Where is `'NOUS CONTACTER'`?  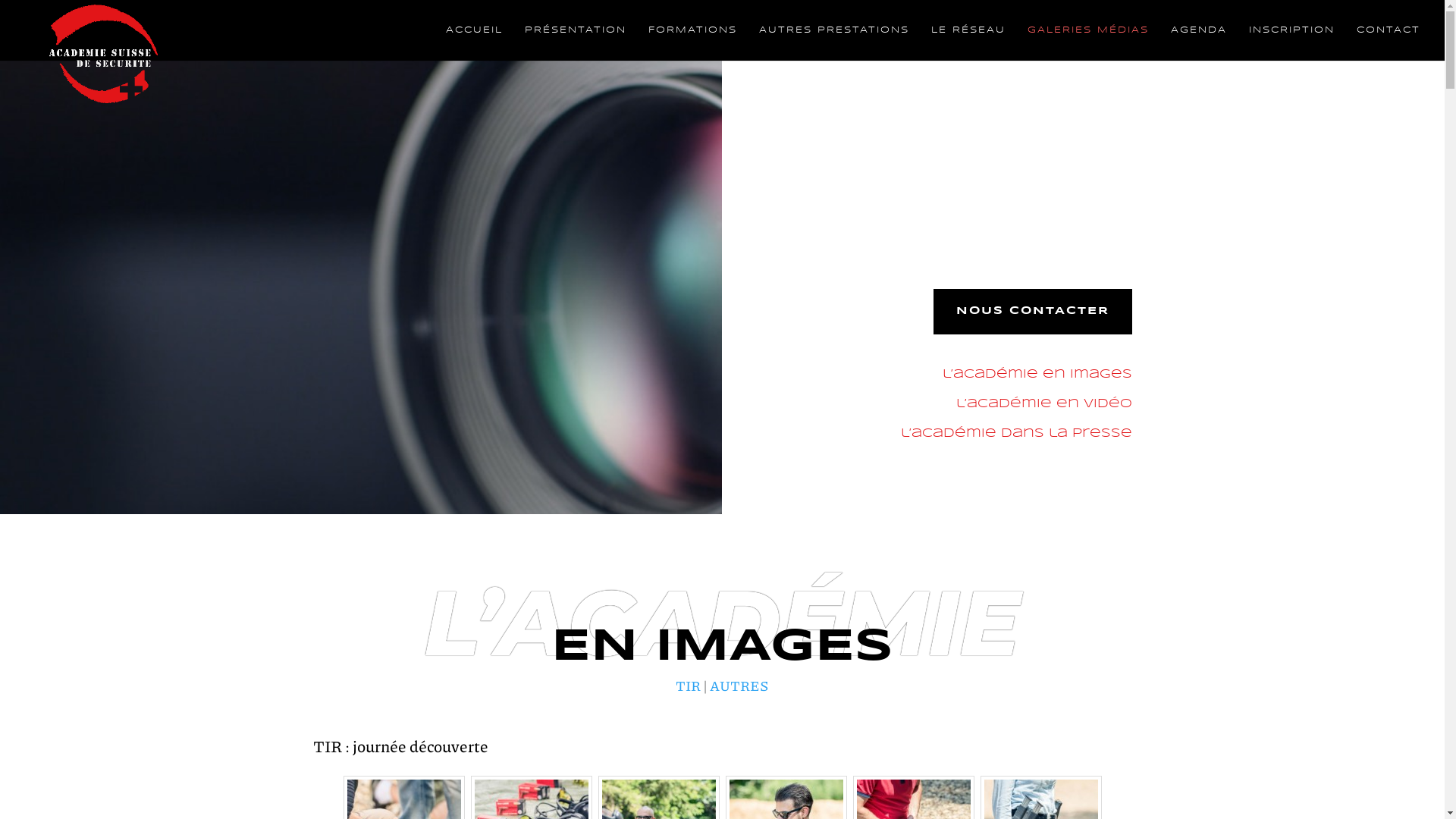
'NOUS CONTACTER' is located at coordinates (1031, 311).